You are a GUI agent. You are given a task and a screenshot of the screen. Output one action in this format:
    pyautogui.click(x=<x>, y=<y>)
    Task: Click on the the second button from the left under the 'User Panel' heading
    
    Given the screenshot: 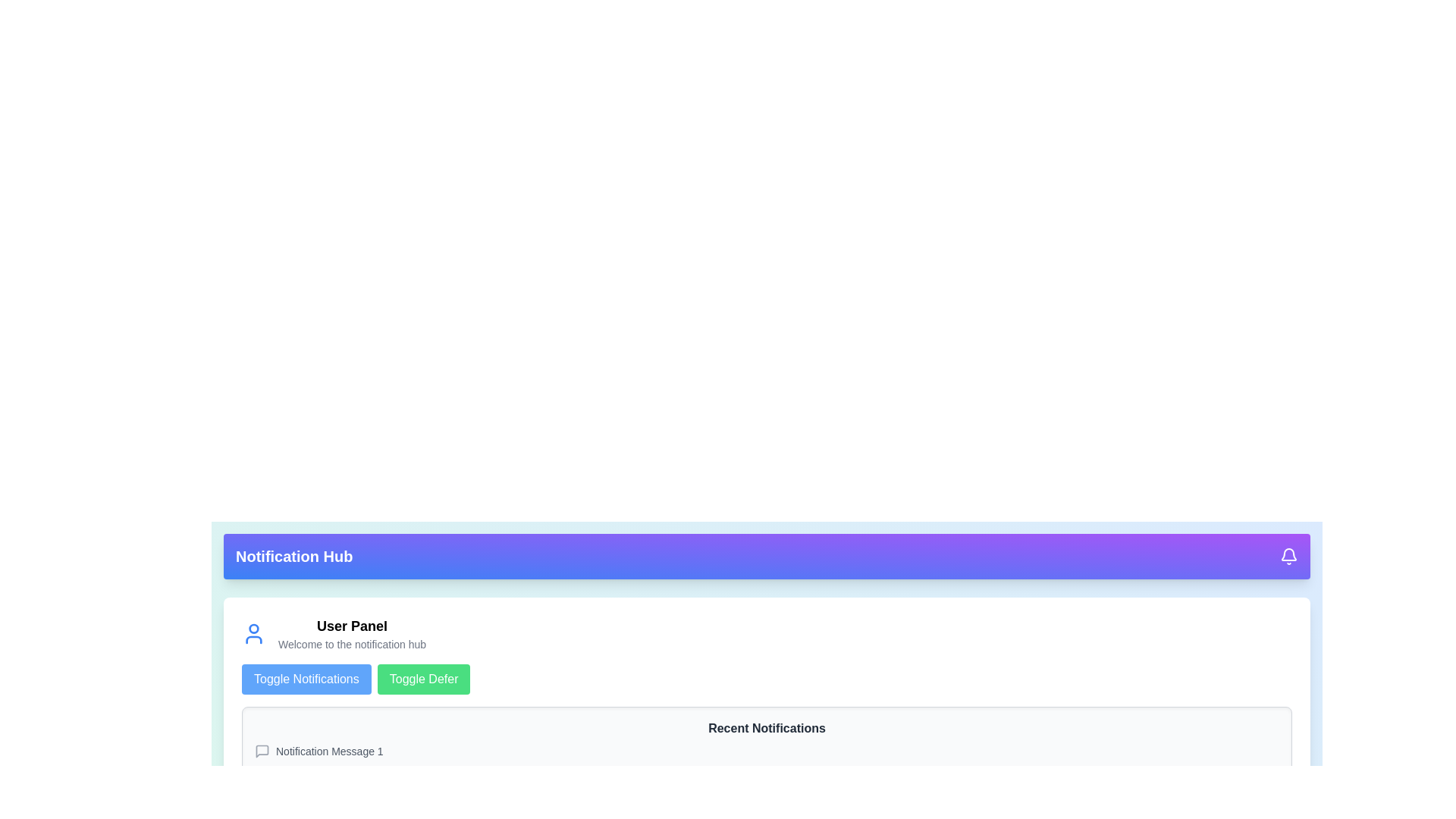 What is the action you would take?
    pyautogui.click(x=424, y=678)
    